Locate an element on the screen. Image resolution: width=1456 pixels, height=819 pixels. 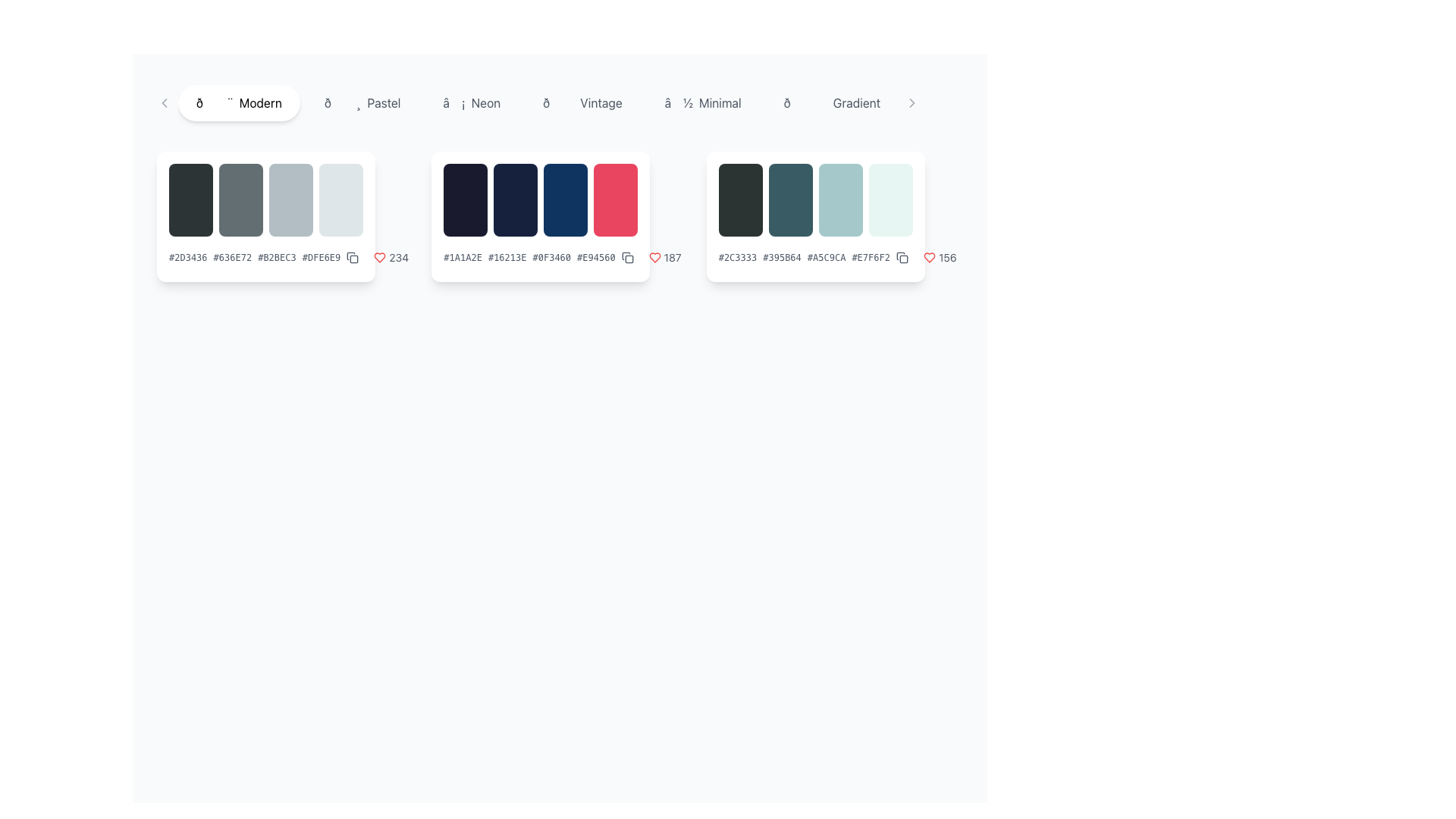
the rightmost rectangular area with rounded corners and a light gray color, which is the fourth item in a horizontally arranged group of four components on the left side of a white card is located at coordinates (340, 199).